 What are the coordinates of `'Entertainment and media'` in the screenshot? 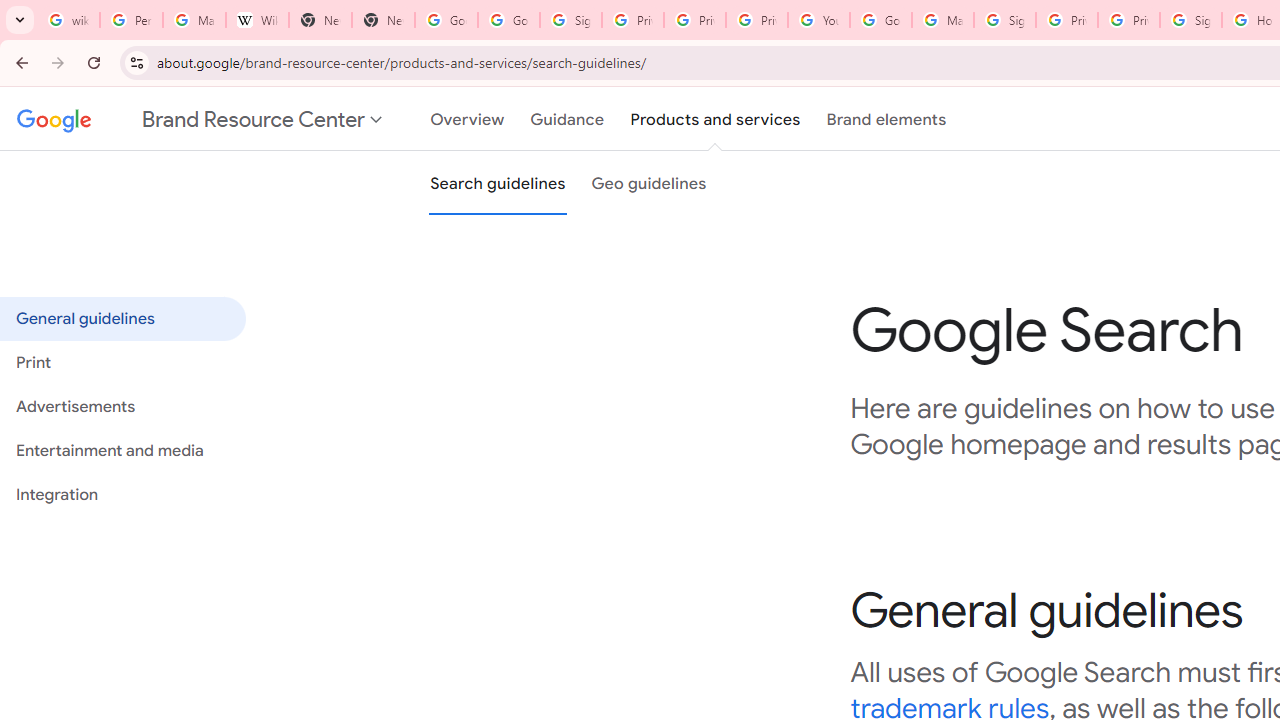 It's located at (121, 451).